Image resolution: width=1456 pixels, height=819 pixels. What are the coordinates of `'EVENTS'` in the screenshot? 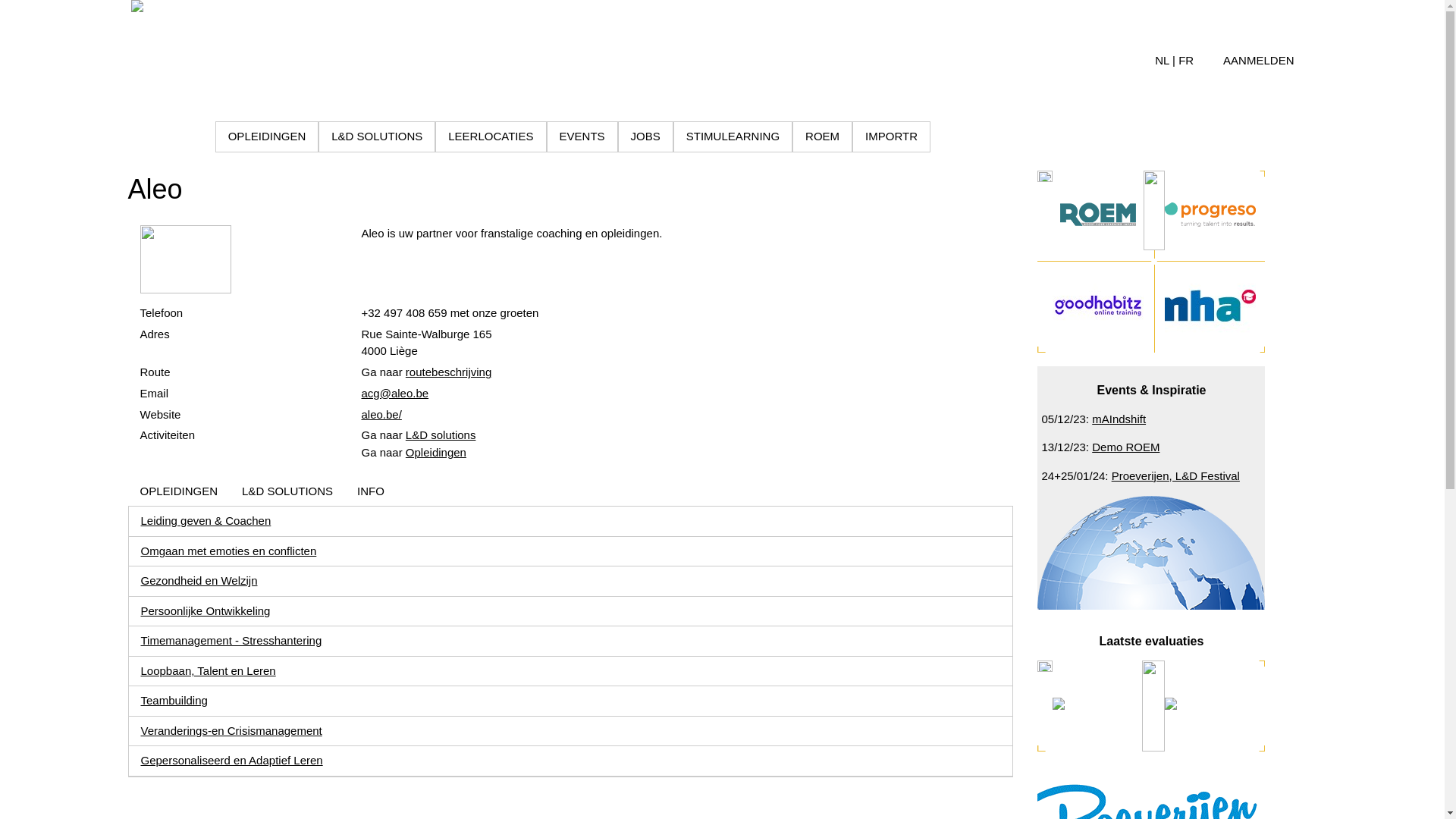 It's located at (546, 136).